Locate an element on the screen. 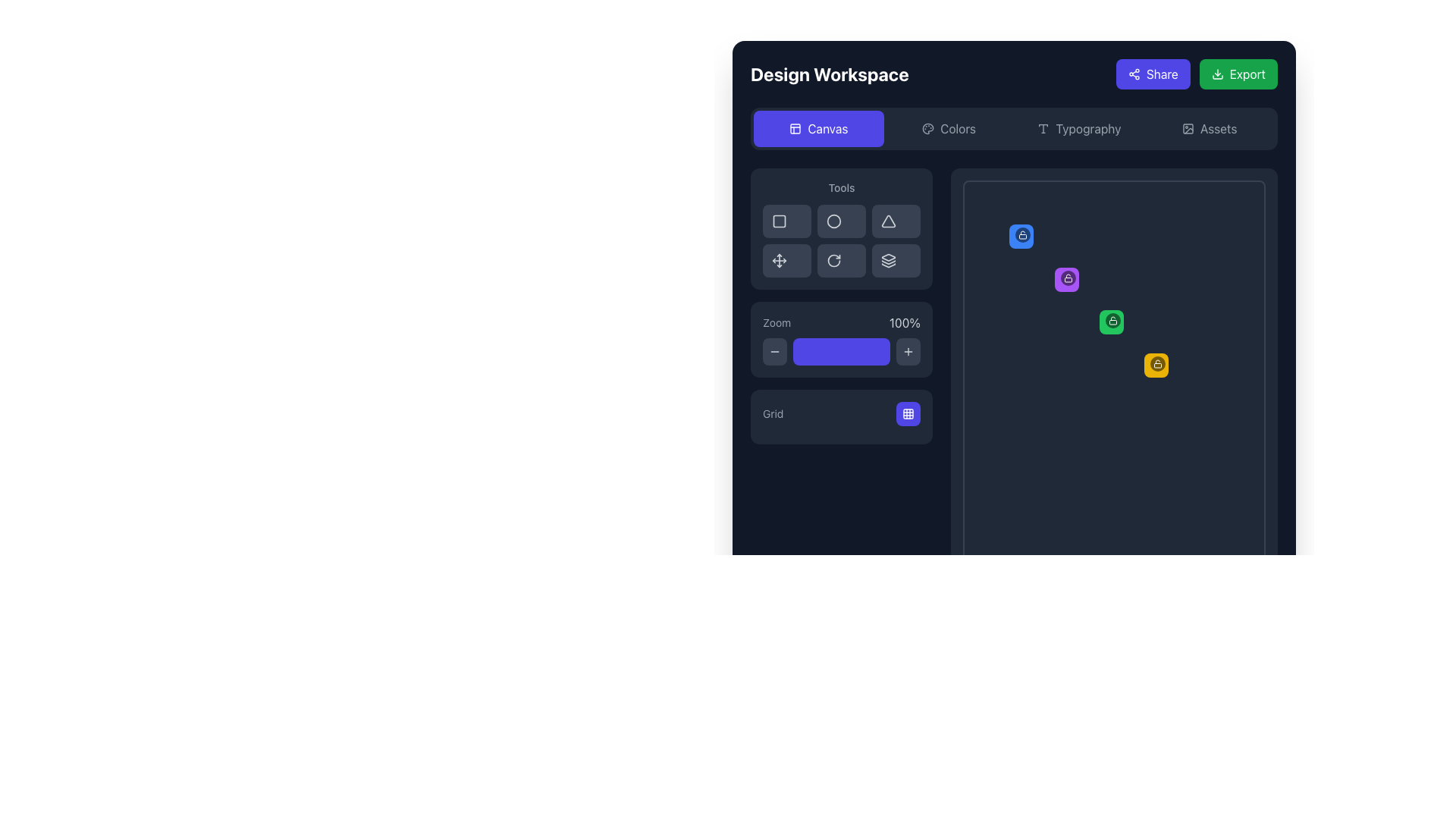 This screenshot has height=819, width=1456. the 'Assets' button, which is the fourth item in the navigation bar, to change its appearance from gray to light gray is located at coordinates (1209, 127).